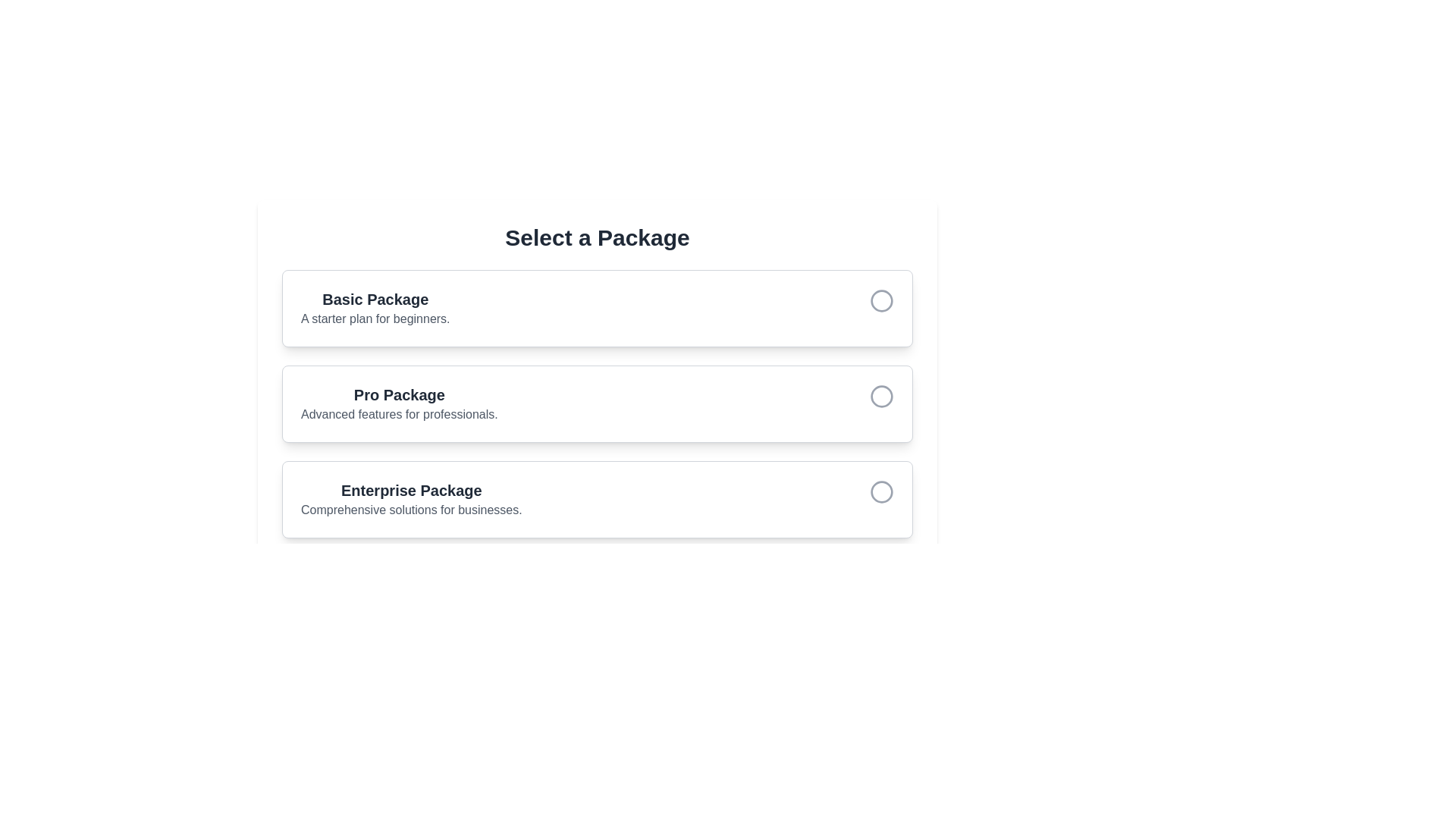 The image size is (1456, 819). I want to click on the 'Pro Package' label, which is located between the 'Basic Package' above and the 'Enterprise Package' below in the vertical list of selection packages, so click(399, 403).